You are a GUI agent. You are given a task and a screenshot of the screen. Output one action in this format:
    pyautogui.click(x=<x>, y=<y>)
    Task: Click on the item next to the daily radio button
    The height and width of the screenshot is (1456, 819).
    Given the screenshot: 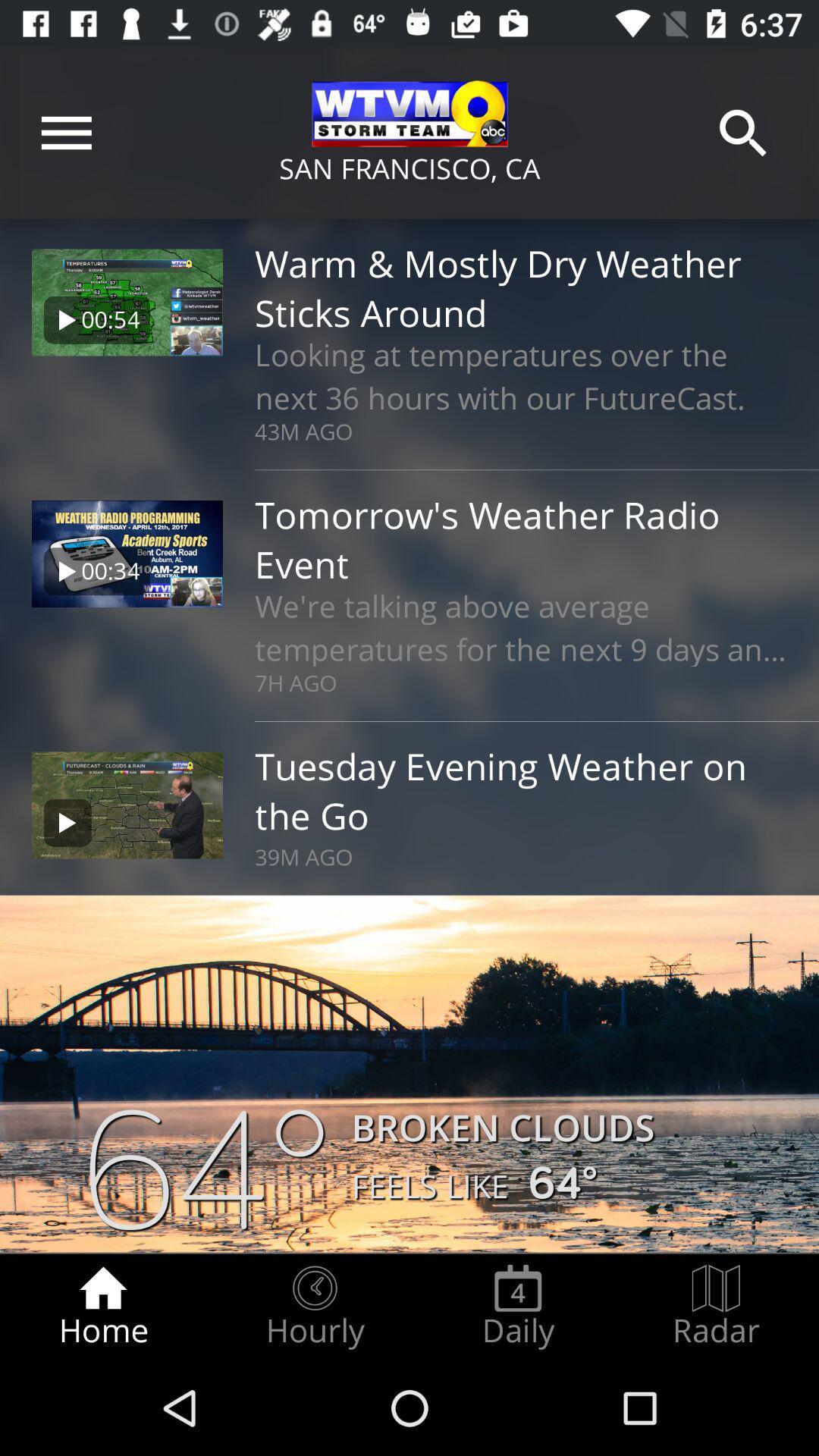 What is the action you would take?
    pyautogui.click(x=716, y=1306)
    